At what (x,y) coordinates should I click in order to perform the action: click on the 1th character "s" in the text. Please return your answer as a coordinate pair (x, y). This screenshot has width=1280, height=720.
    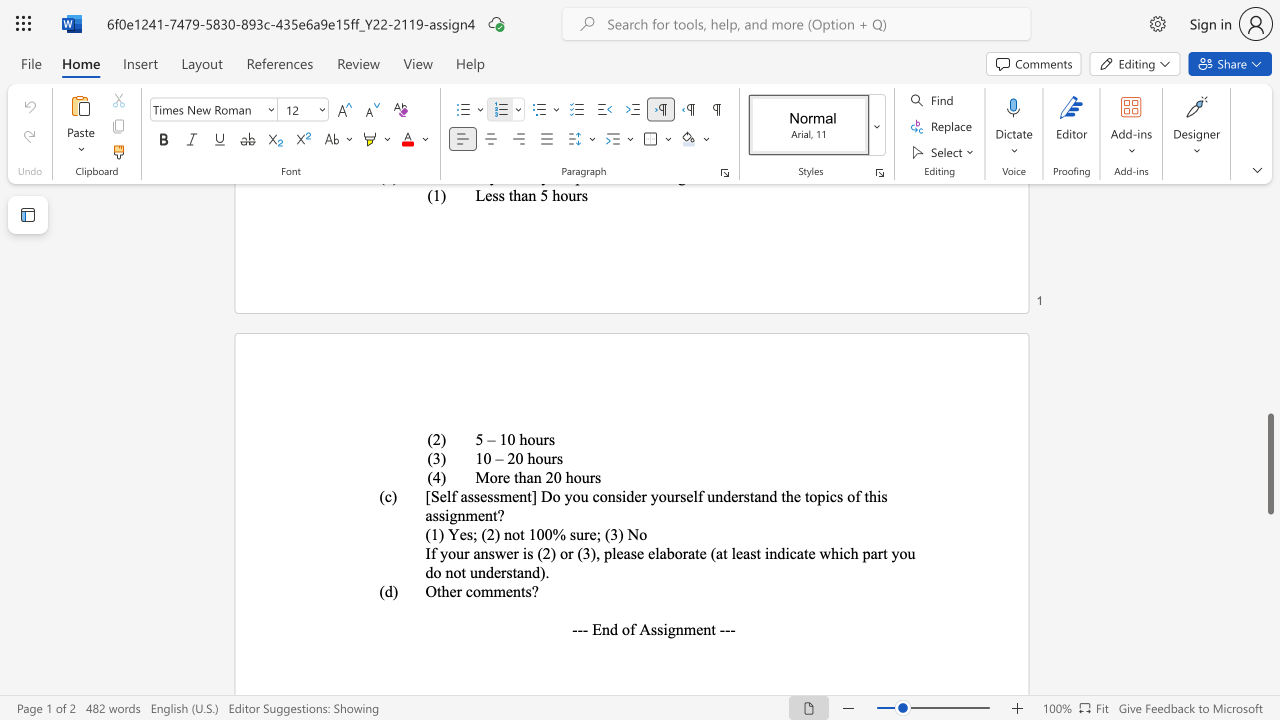
    Looking at the image, I should click on (597, 477).